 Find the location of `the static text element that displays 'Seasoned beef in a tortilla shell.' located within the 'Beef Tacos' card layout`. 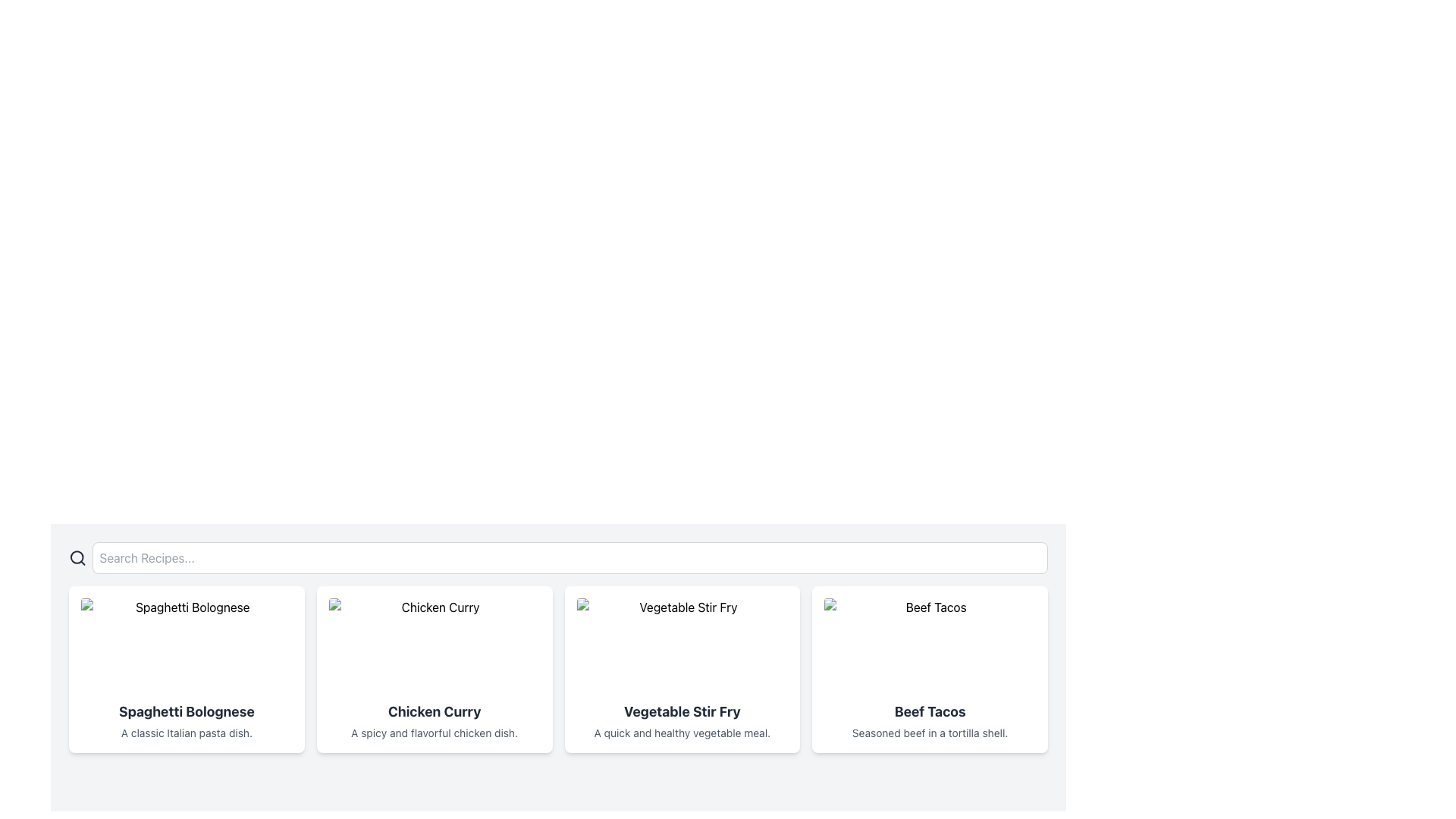

the static text element that displays 'Seasoned beef in a tortilla shell.' located within the 'Beef Tacos' card layout is located at coordinates (929, 733).